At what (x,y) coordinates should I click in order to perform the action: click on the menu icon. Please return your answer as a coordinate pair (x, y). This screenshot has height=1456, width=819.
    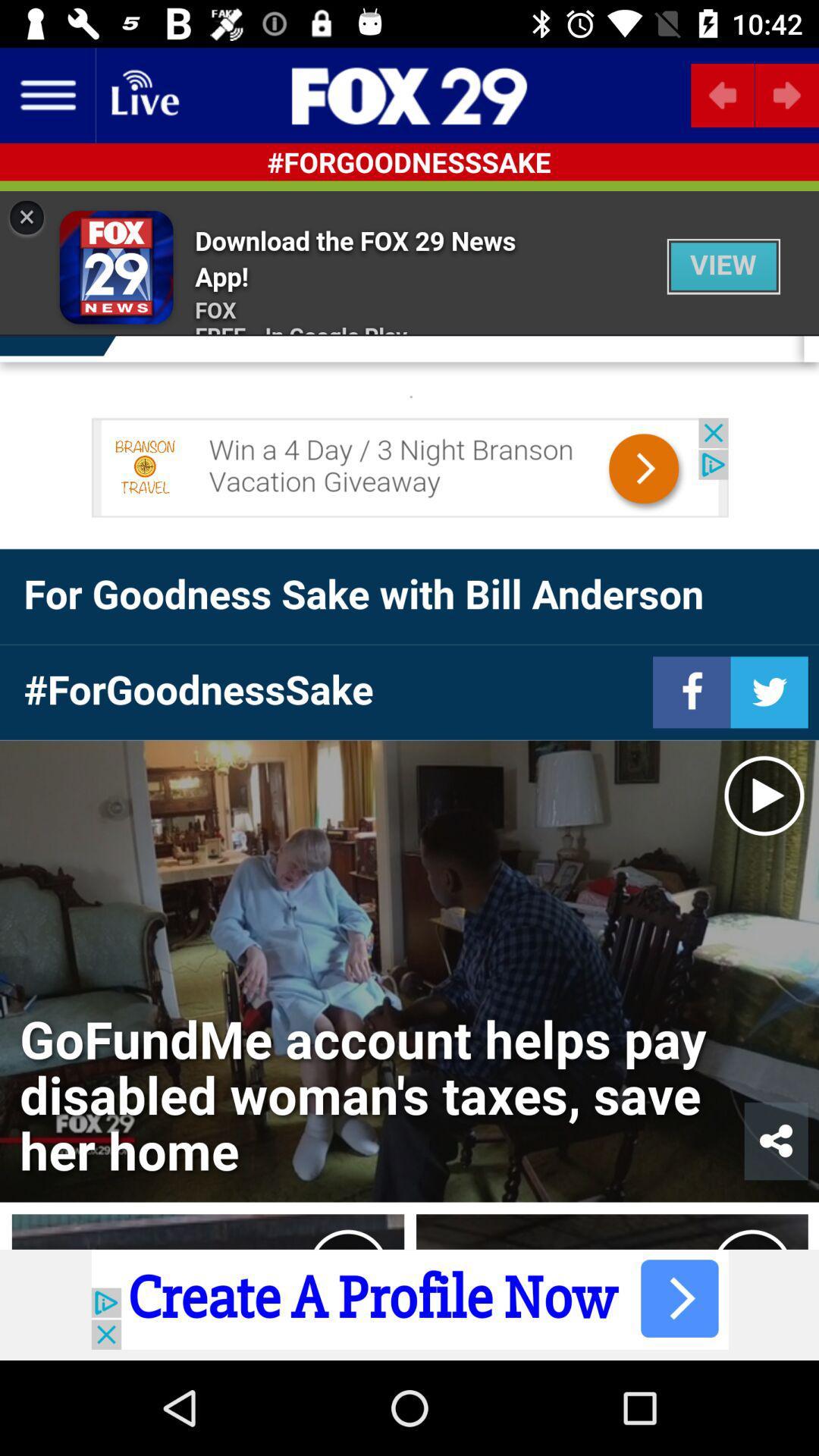
    Looking at the image, I should click on (46, 94).